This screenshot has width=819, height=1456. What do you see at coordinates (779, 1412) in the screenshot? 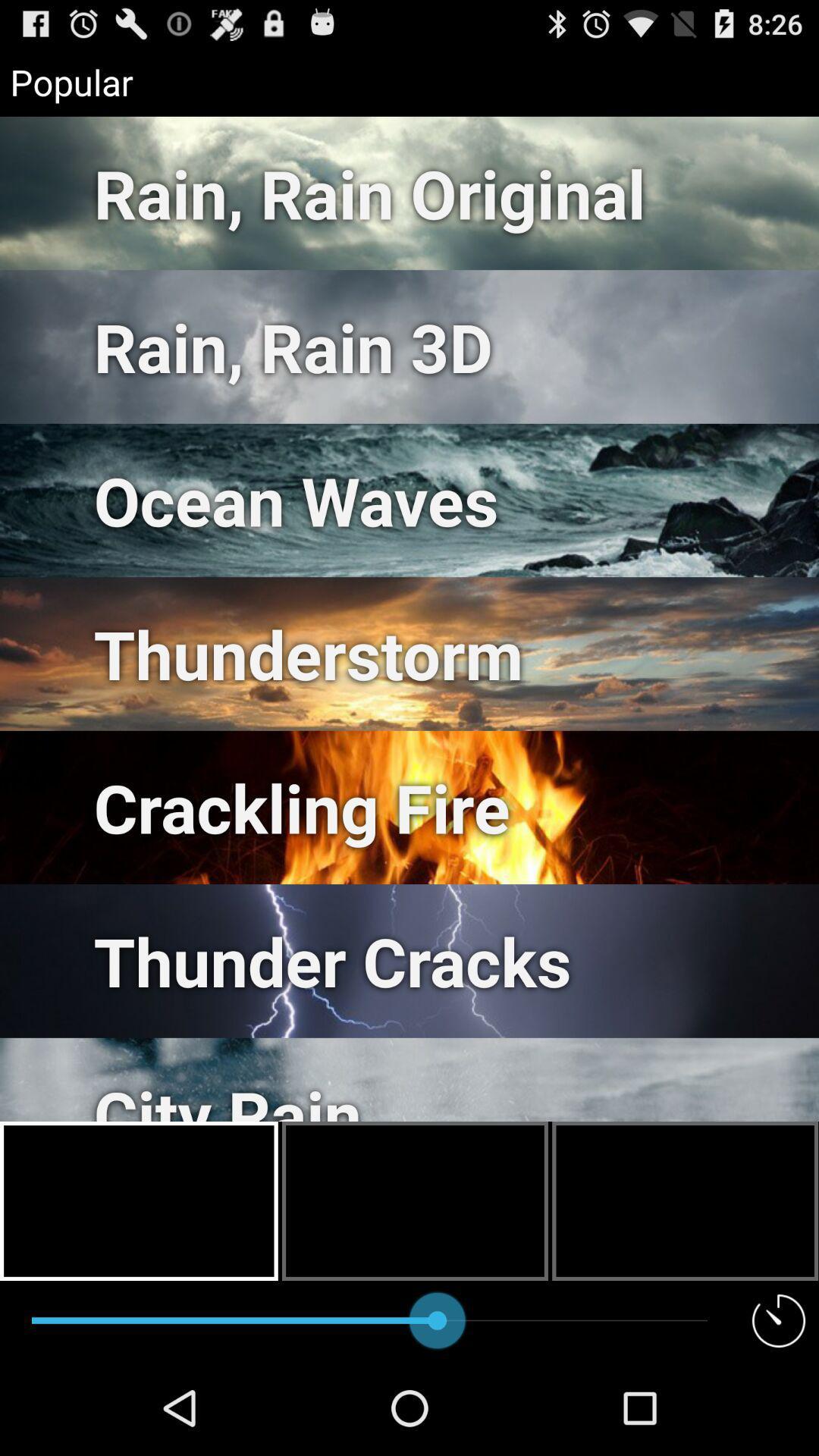
I see `the time icon` at bounding box center [779, 1412].